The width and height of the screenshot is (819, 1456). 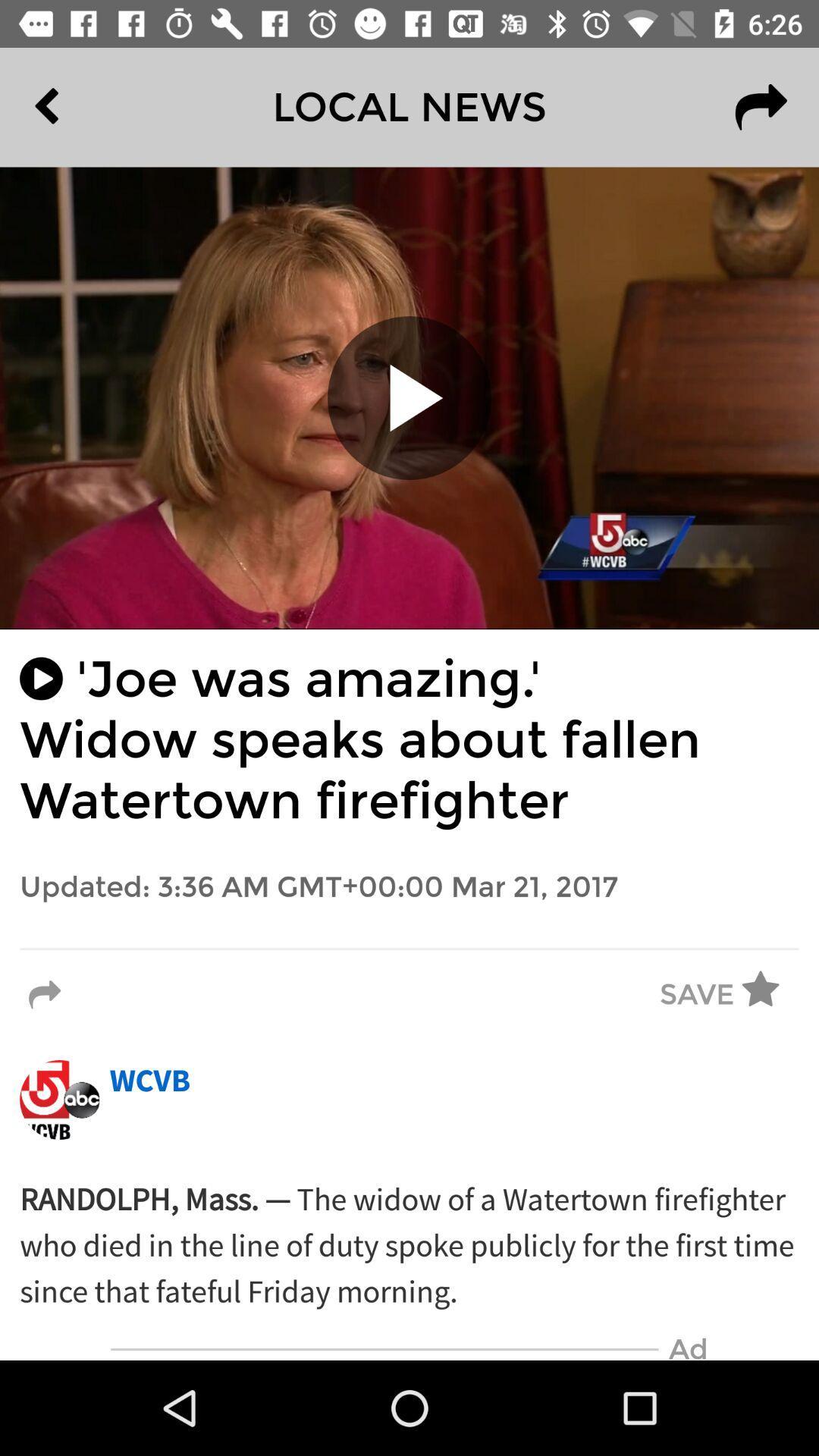 What do you see at coordinates (697, 995) in the screenshot?
I see `the save` at bounding box center [697, 995].